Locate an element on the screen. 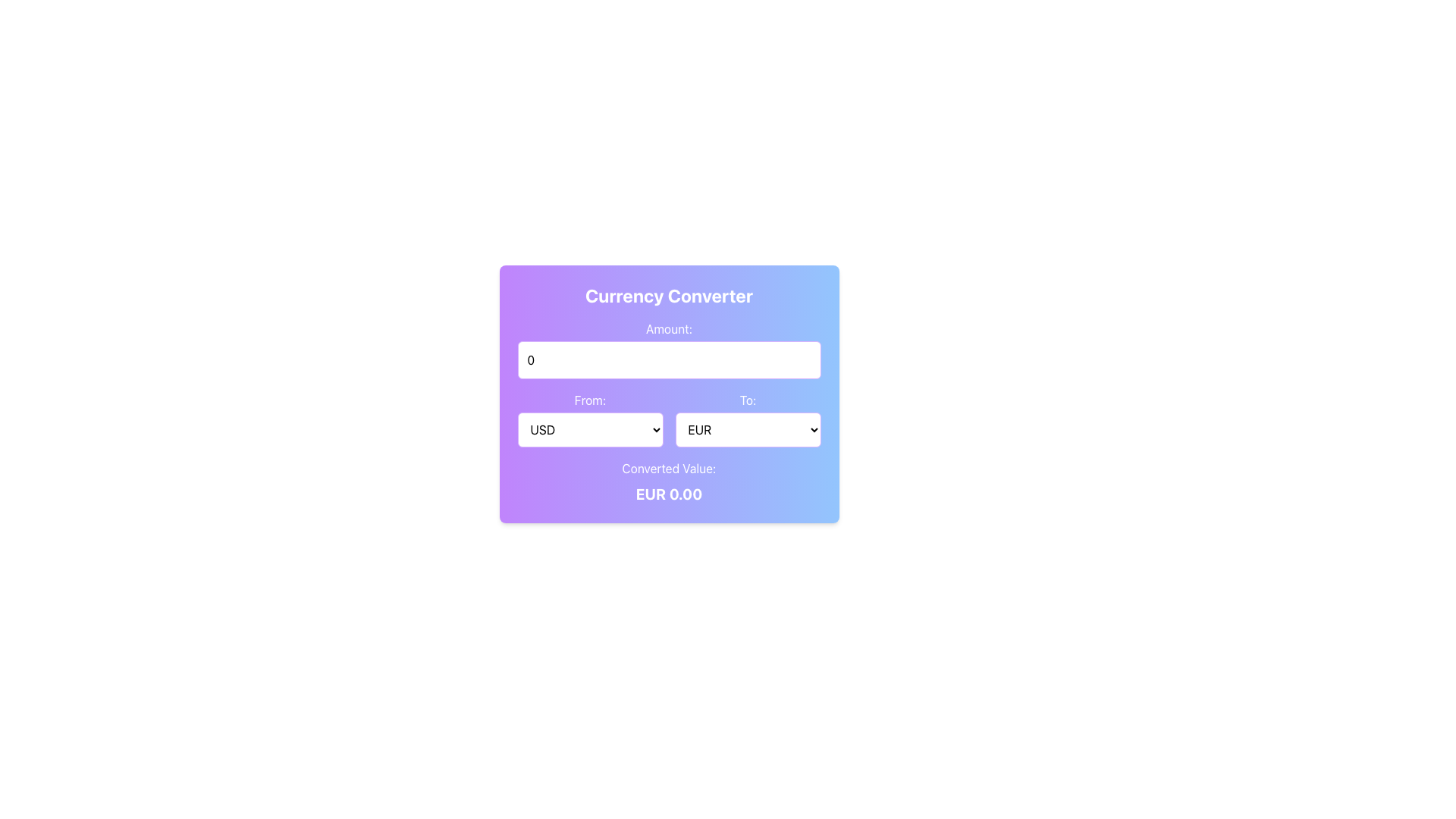  a currency from the dropdown menus located below the amount input field and above the 'Converted Value' text, specifically targeting the currency selector which is horizontally centered with 'From: USD' on the left and 'To: EUR' on the right is located at coordinates (668, 419).